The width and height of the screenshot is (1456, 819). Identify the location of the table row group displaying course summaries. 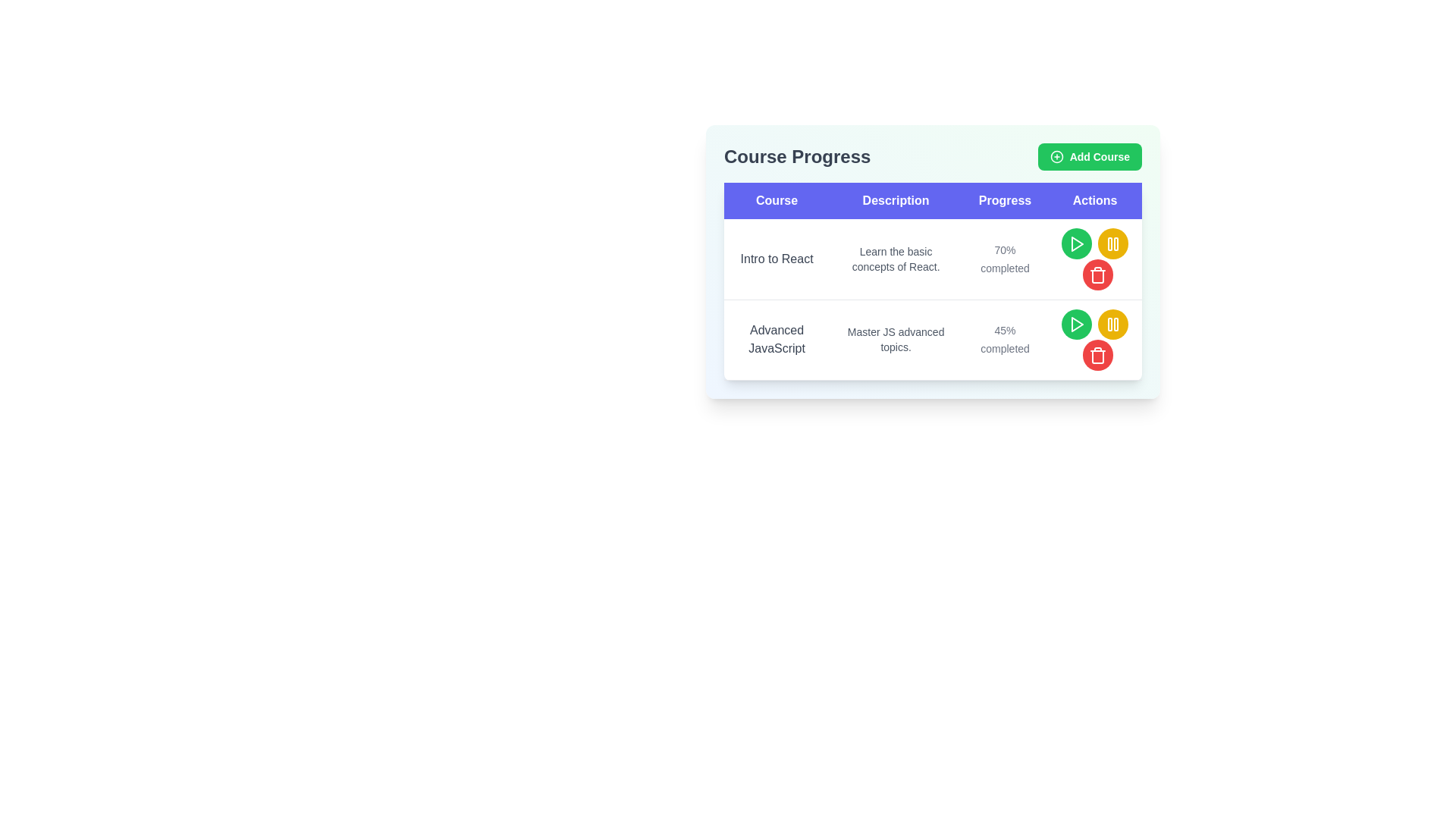
(932, 300).